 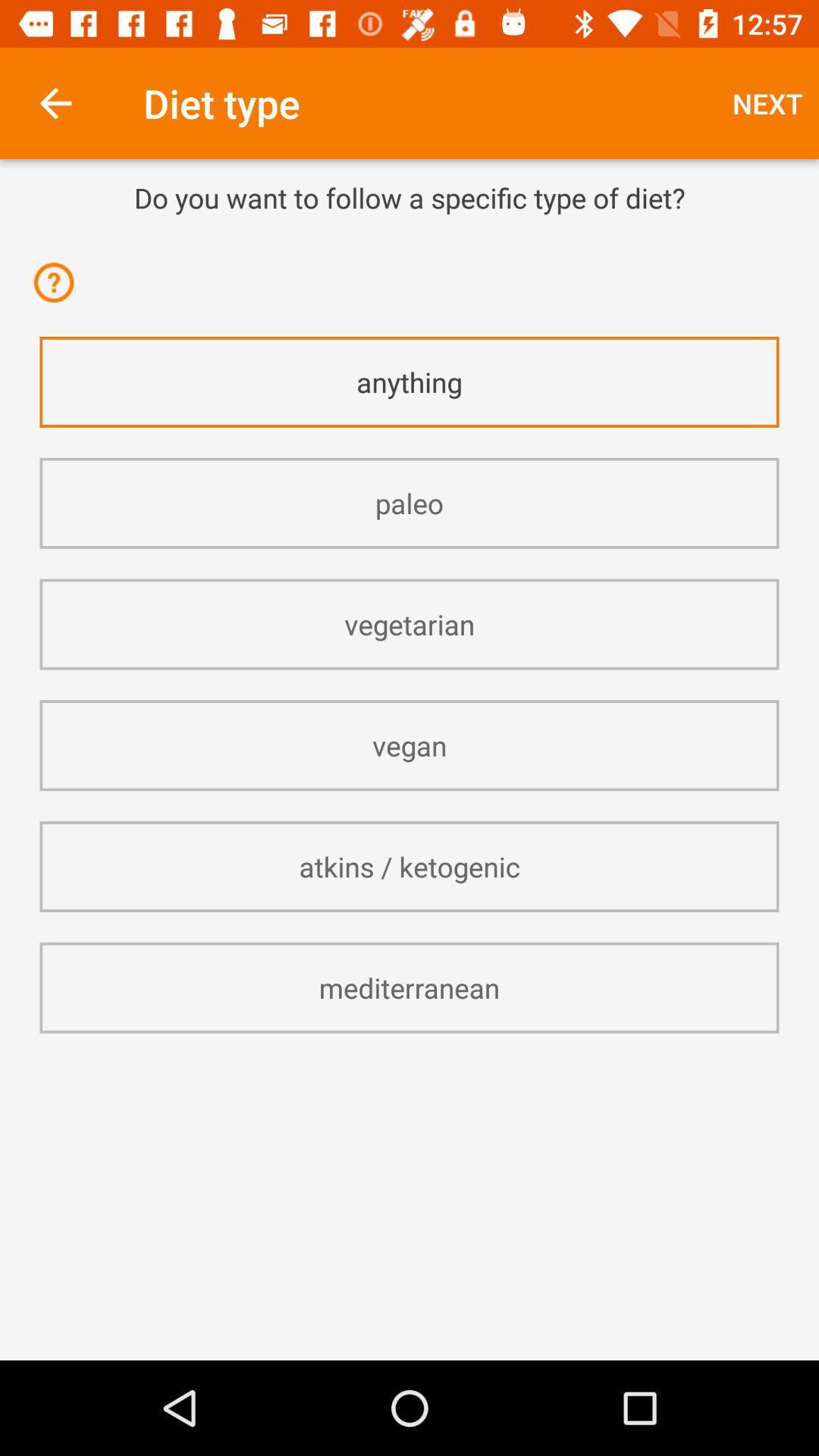 I want to click on item above the do you want item, so click(x=55, y=102).